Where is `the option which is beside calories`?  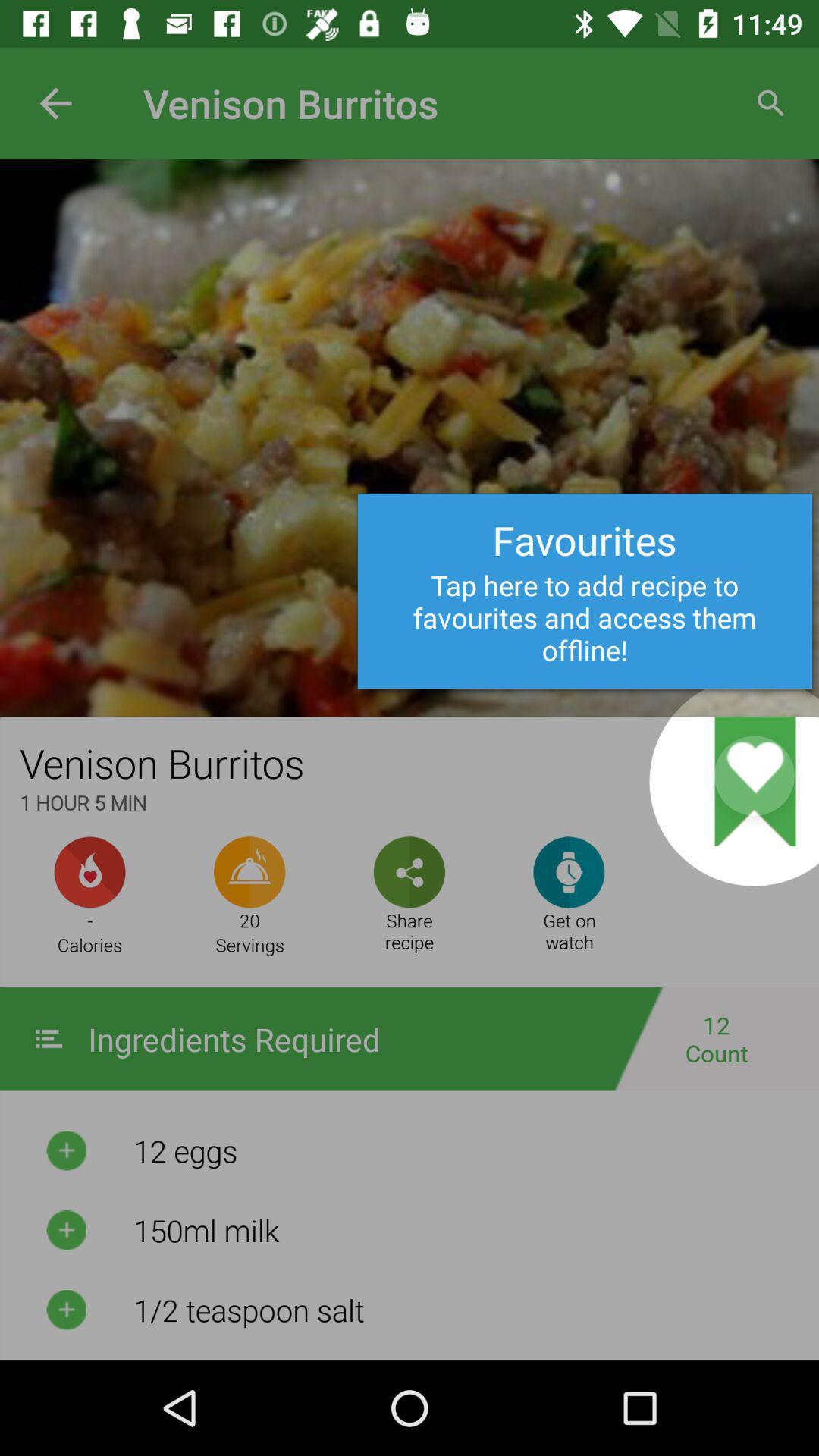
the option which is beside calories is located at coordinates (249, 872).